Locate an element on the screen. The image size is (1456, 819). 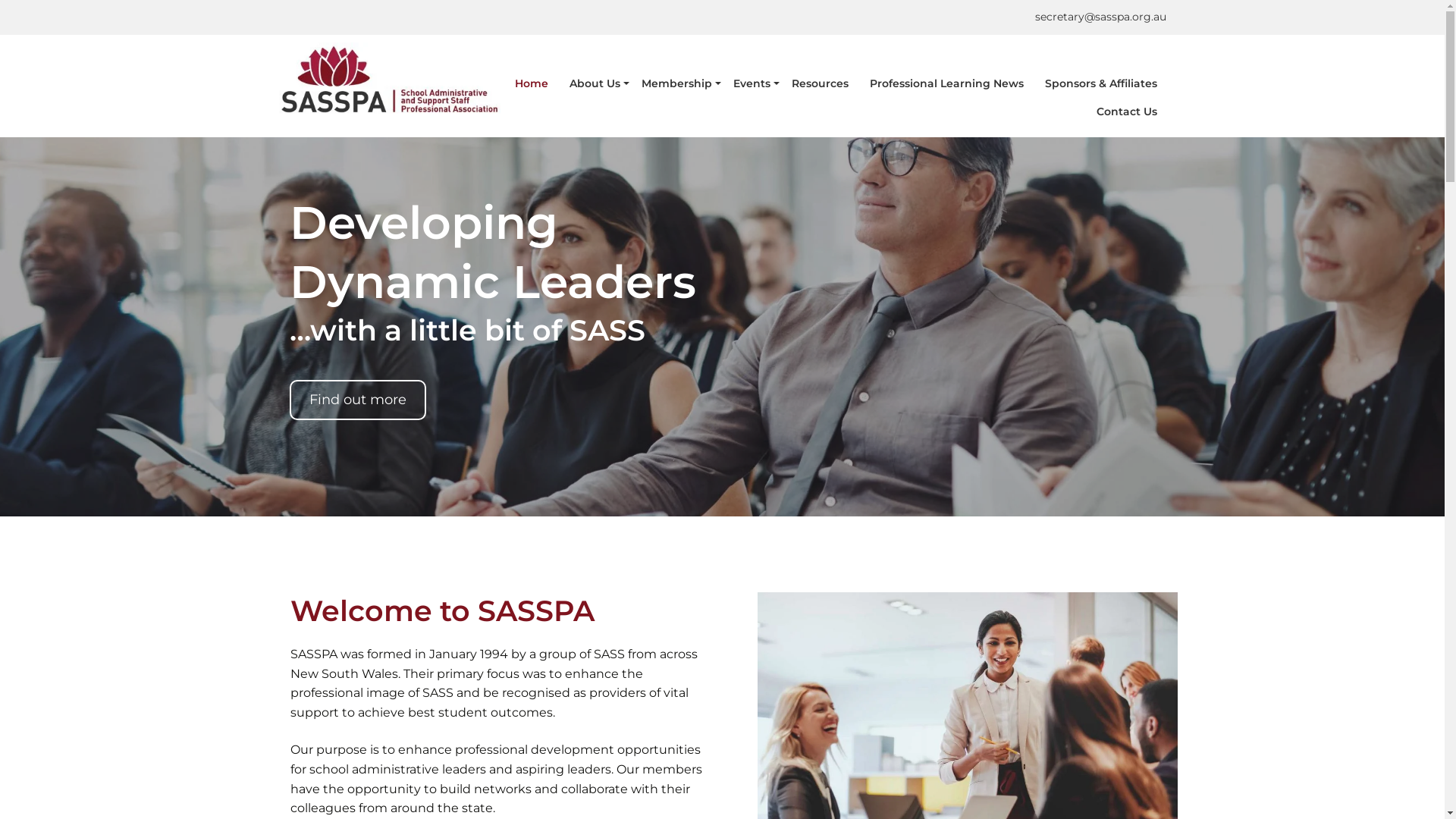
'Contact Us' is located at coordinates (1087, 111).